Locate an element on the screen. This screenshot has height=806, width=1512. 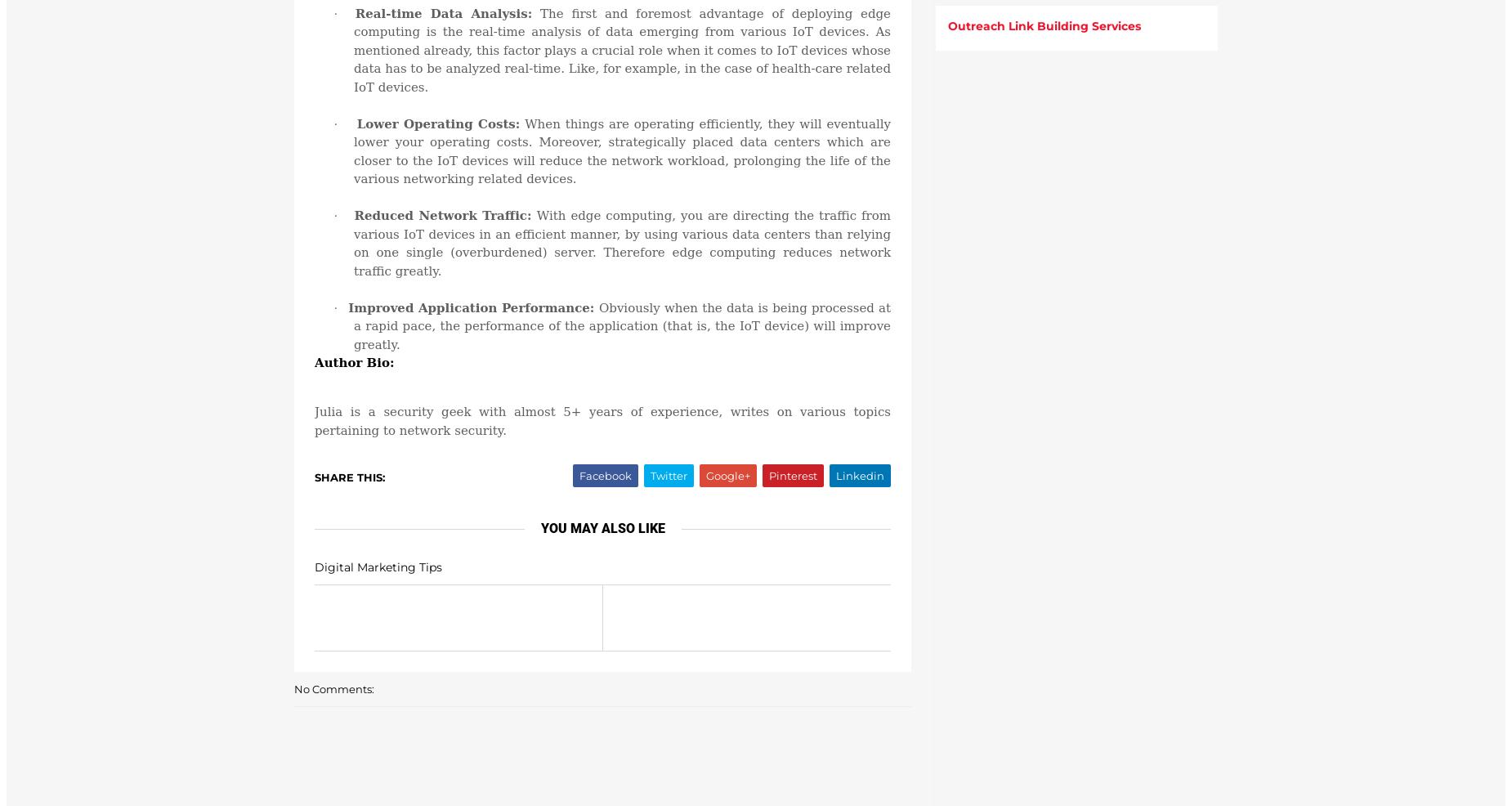
'Facebook' is located at coordinates (605, 476).